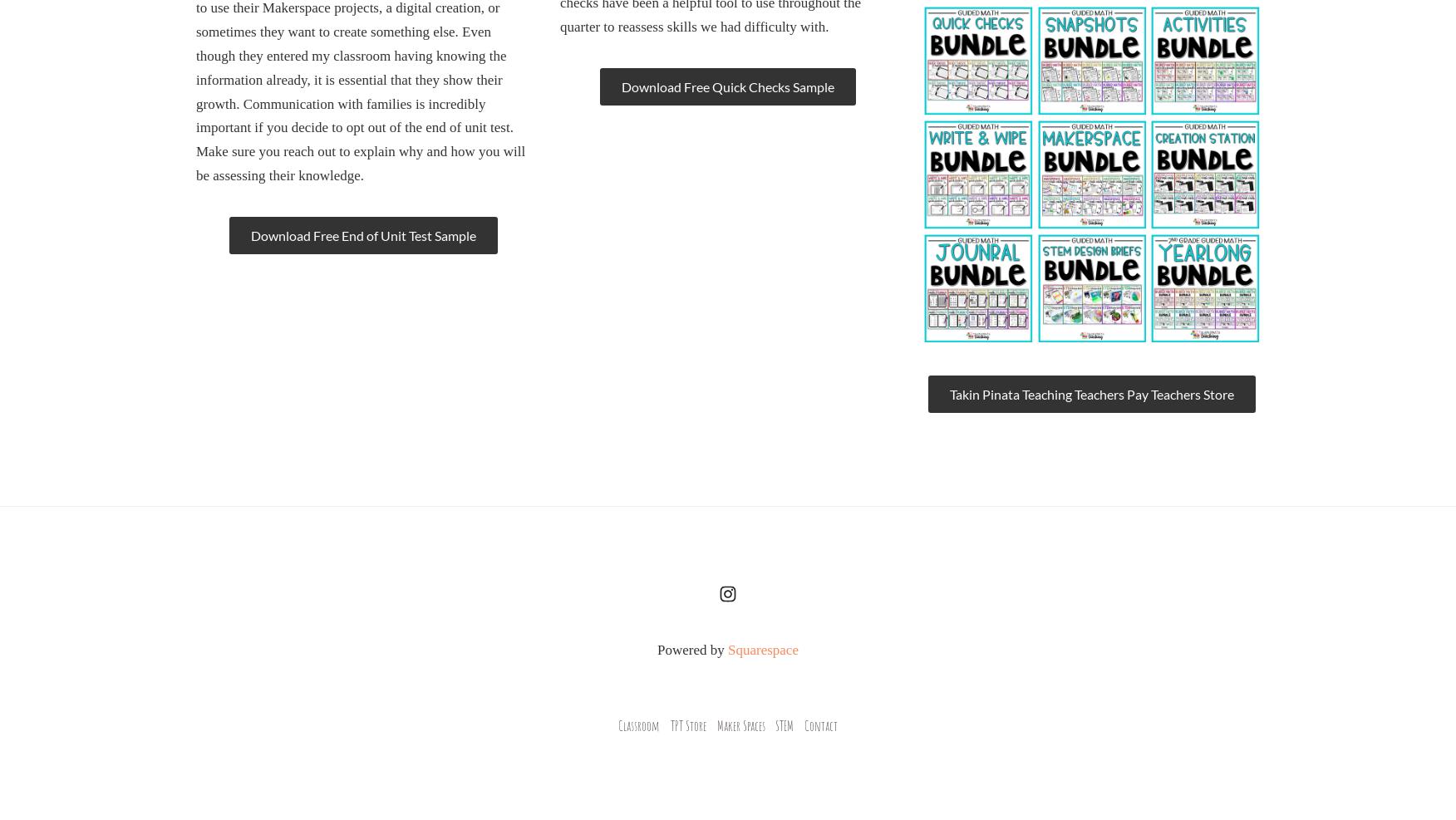 The height and width of the screenshot is (820, 1456). I want to click on 'STEM', so click(784, 724).